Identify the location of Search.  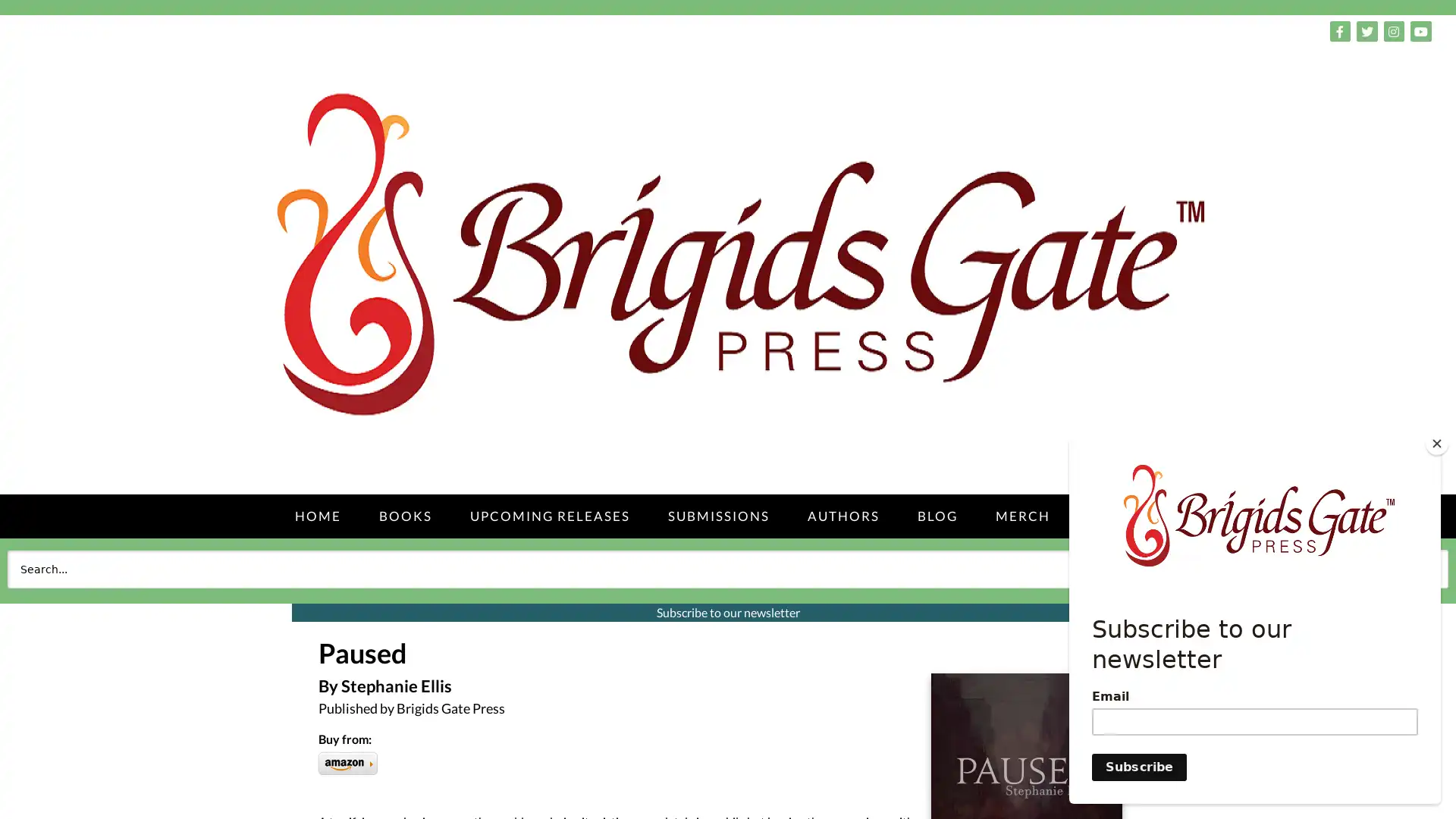
(1414, 568).